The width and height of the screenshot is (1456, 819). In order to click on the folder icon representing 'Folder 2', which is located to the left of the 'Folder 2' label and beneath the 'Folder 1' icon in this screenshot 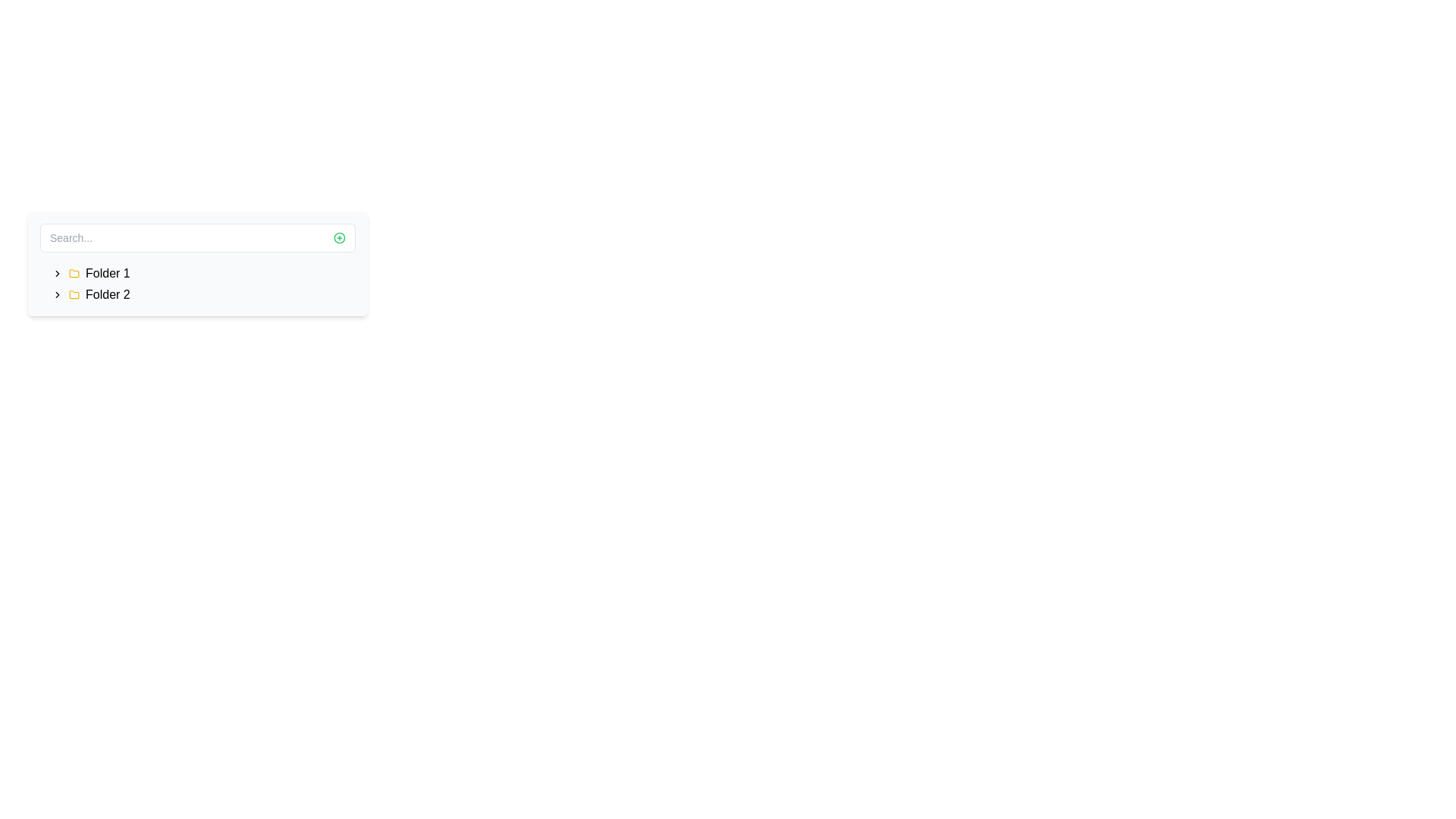, I will do `click(73, 294)`.